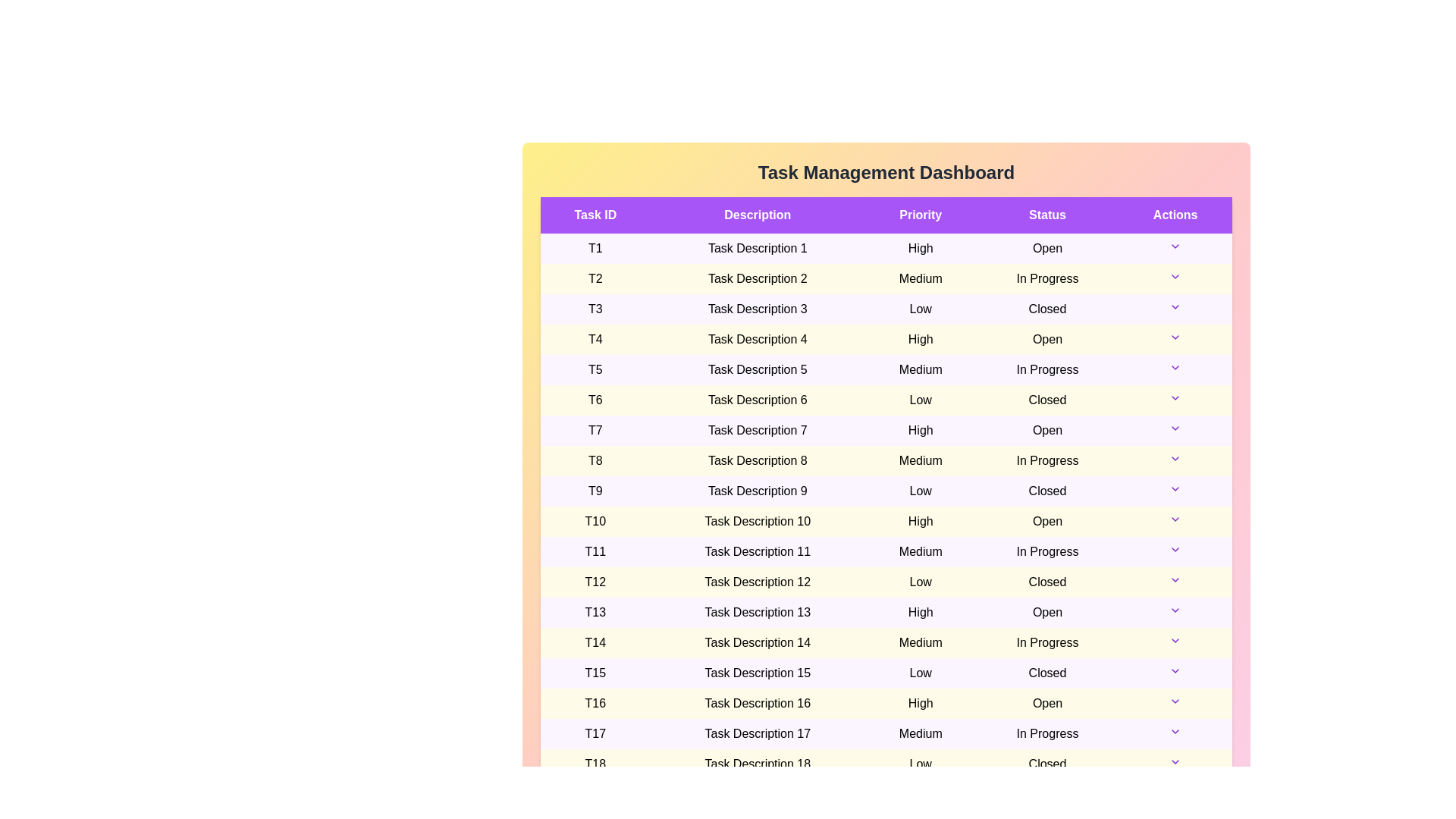 This screenshot has width=1456, height=819. What do you see at coordinates (758, 215) in the screenshot?
I see `the table header Description to sort the table by that column` at bounding box center [758, 215].